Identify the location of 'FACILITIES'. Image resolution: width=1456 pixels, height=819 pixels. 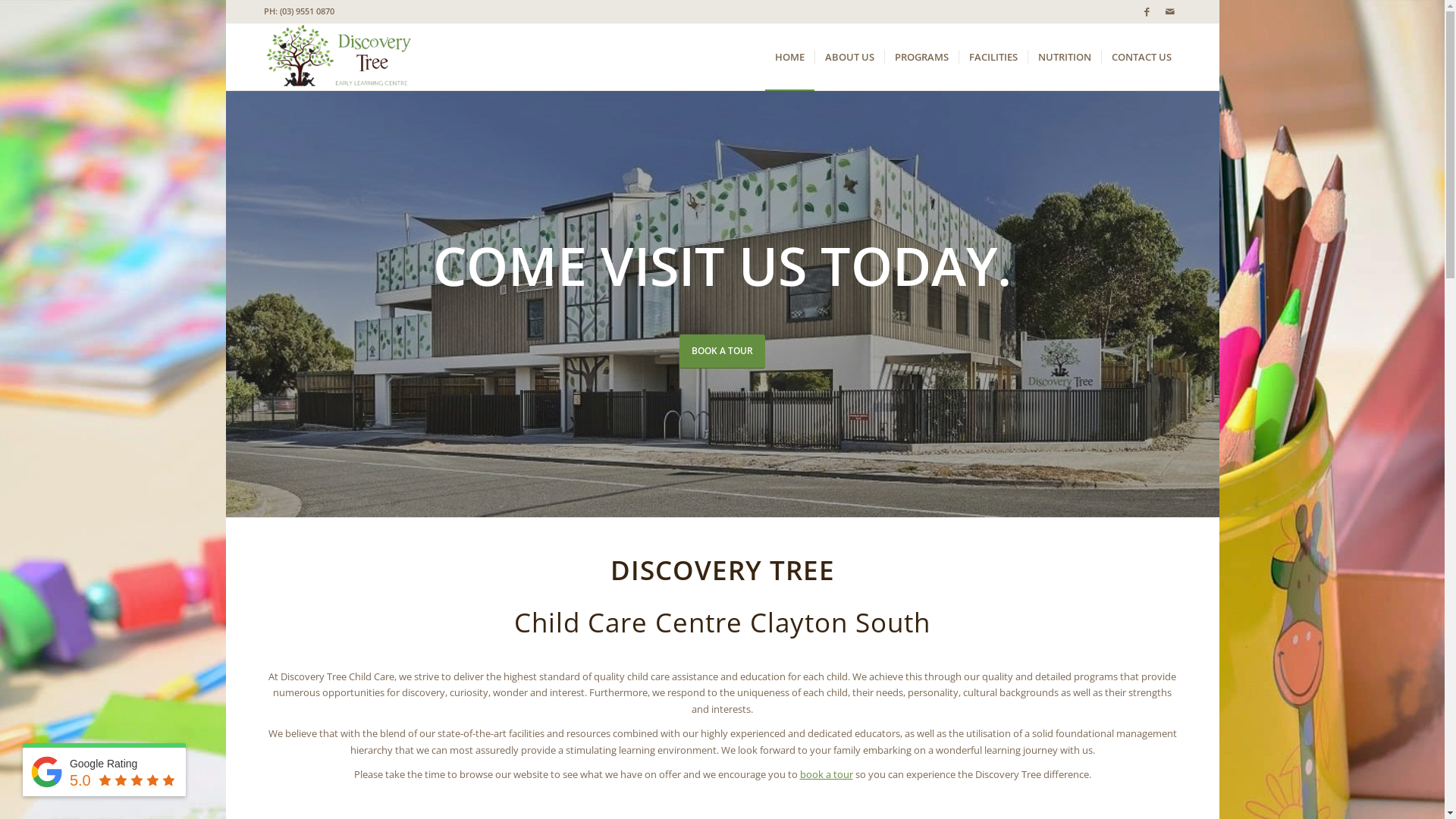
(957, 55).